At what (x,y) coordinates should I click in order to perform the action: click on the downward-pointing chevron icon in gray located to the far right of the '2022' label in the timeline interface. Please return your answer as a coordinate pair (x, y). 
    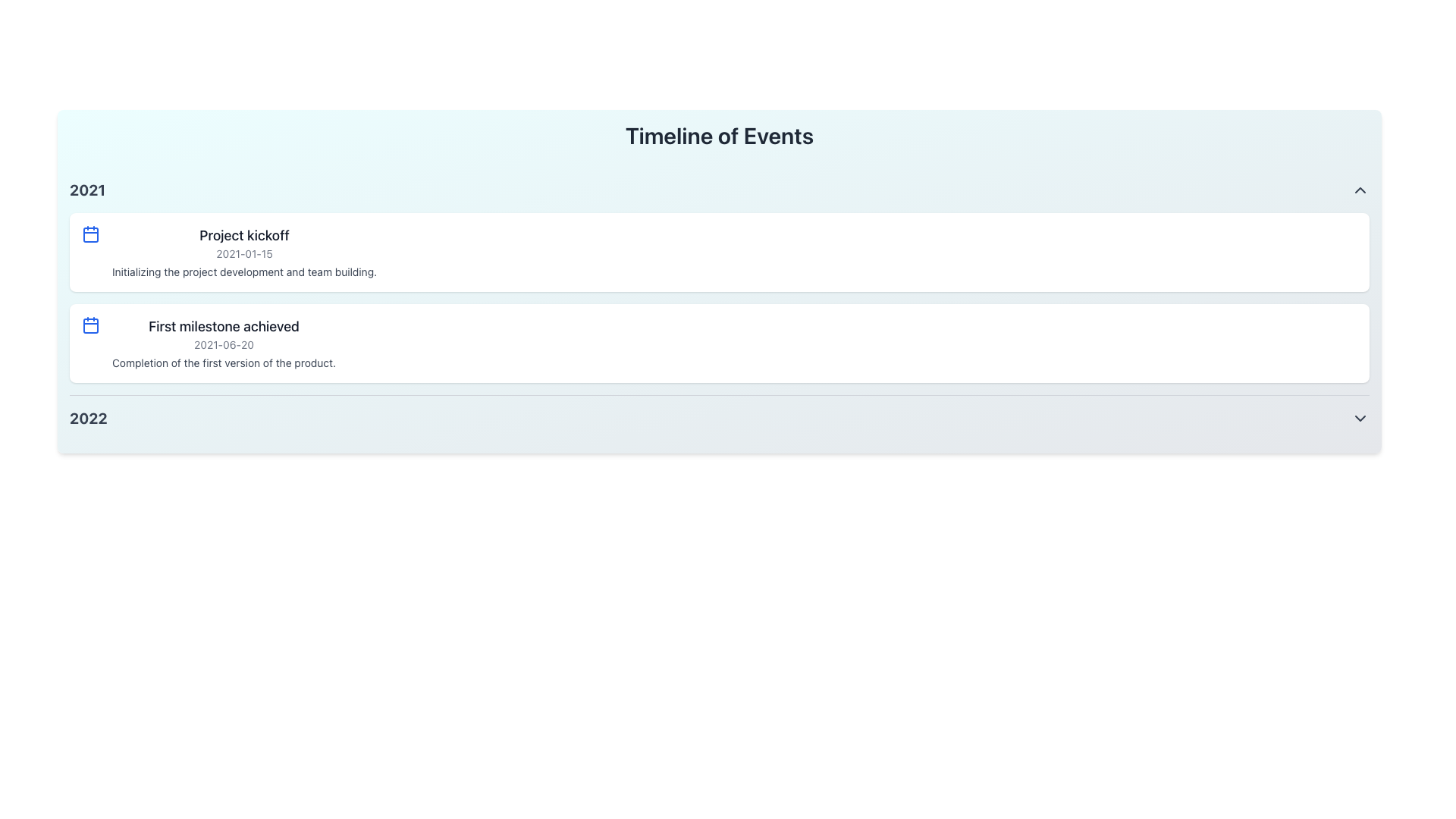
    Looking at the image, I should click on (1360, 418).